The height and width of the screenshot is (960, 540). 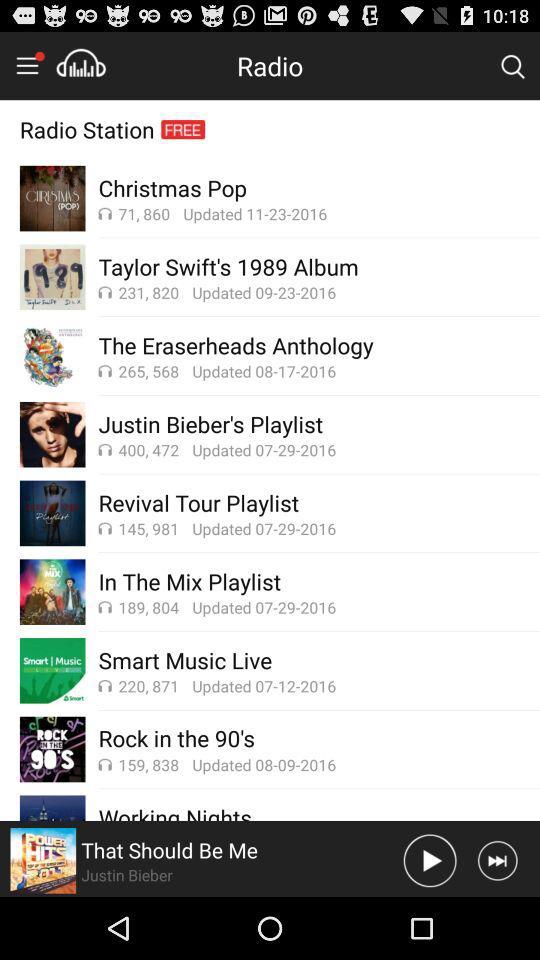 What do you see at coordinates (429, 859) in the screenshot?
I see `the item next to the that should be icon` at bounding box center [429, 859].